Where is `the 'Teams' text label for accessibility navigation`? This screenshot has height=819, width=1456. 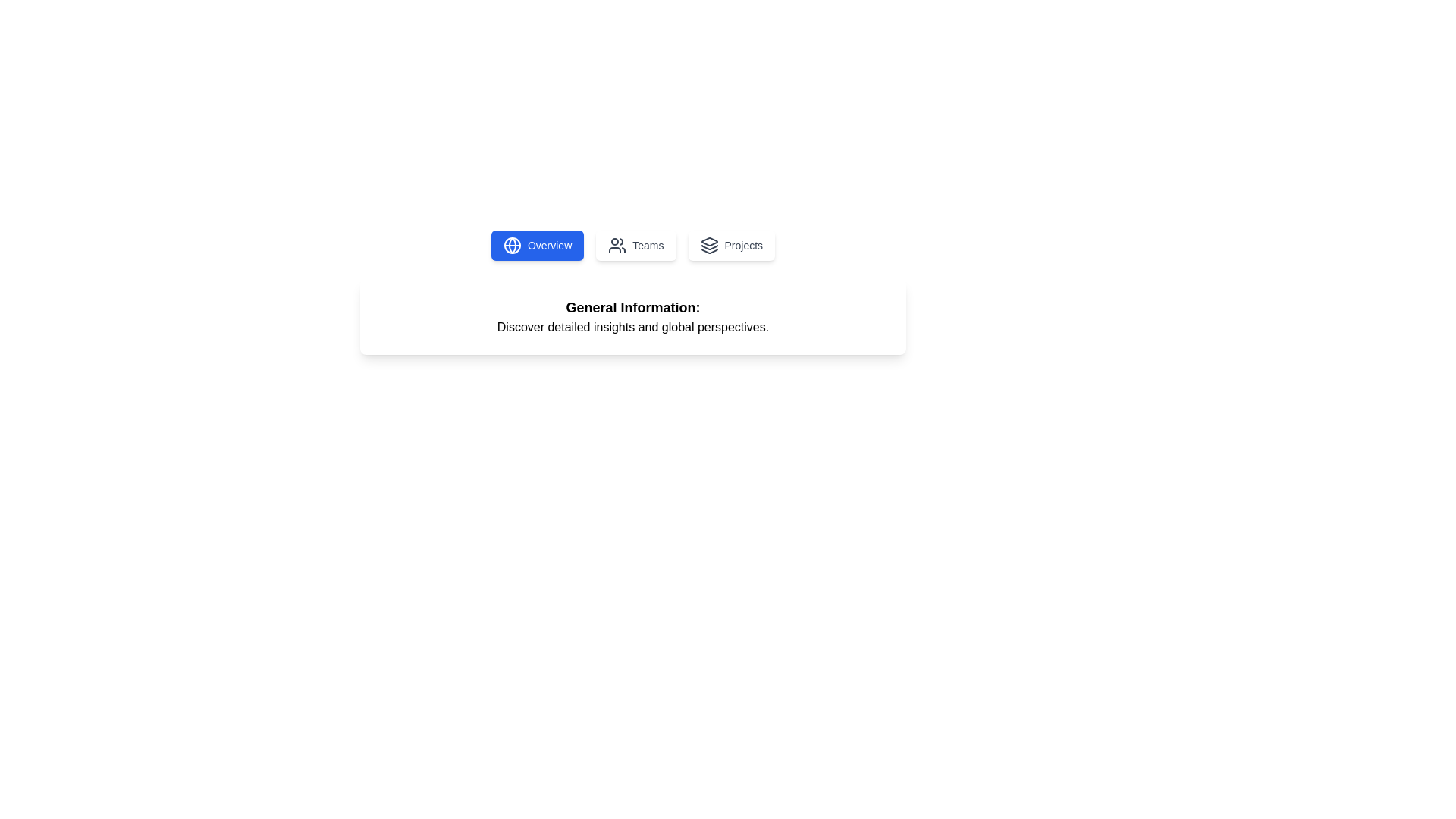
the 'Teams' text label for accessibility navigation is located at coordinates (648, 245).